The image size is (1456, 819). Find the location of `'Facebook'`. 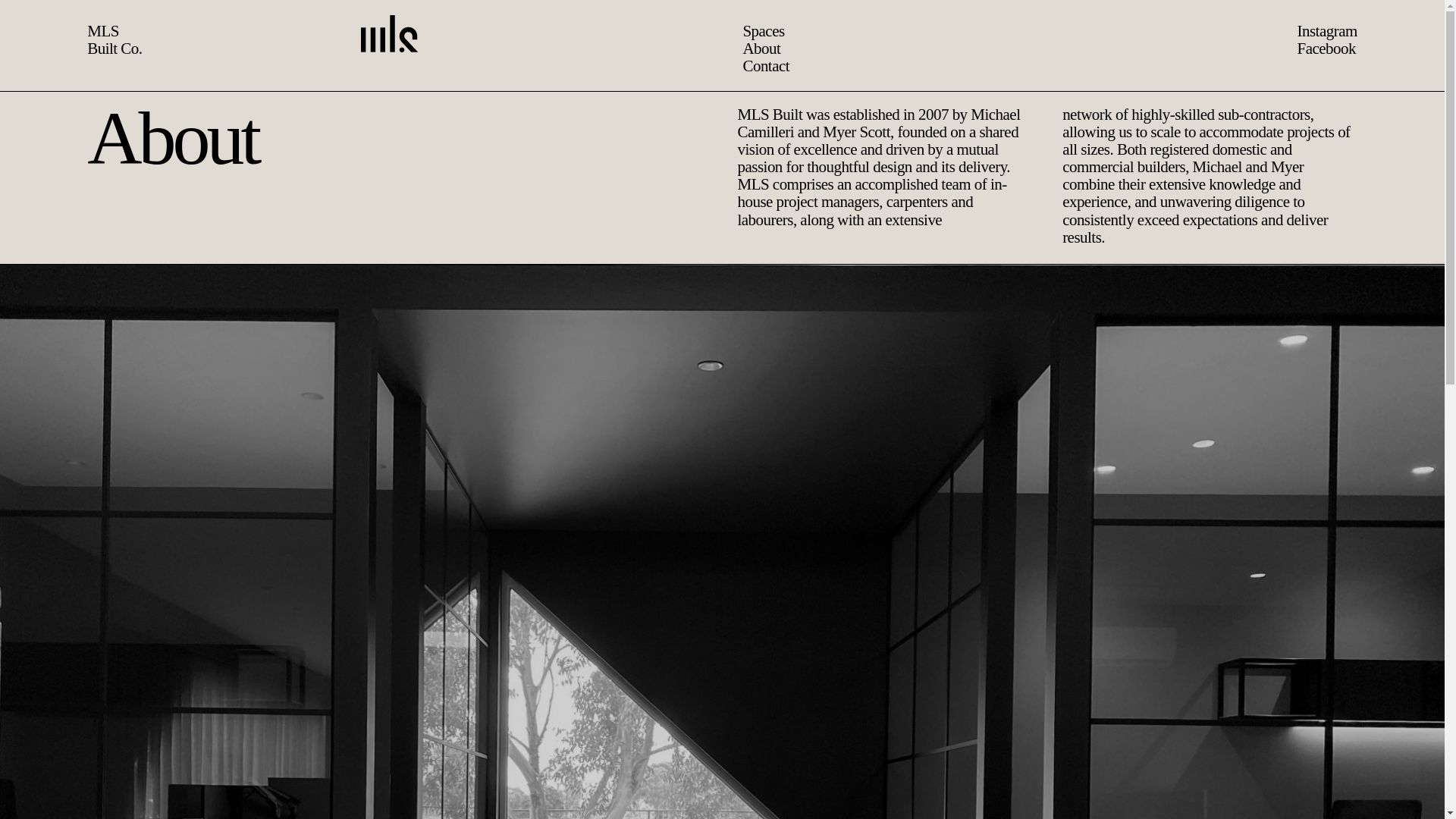

'Facebook' is located at coordinates (1325, 48).